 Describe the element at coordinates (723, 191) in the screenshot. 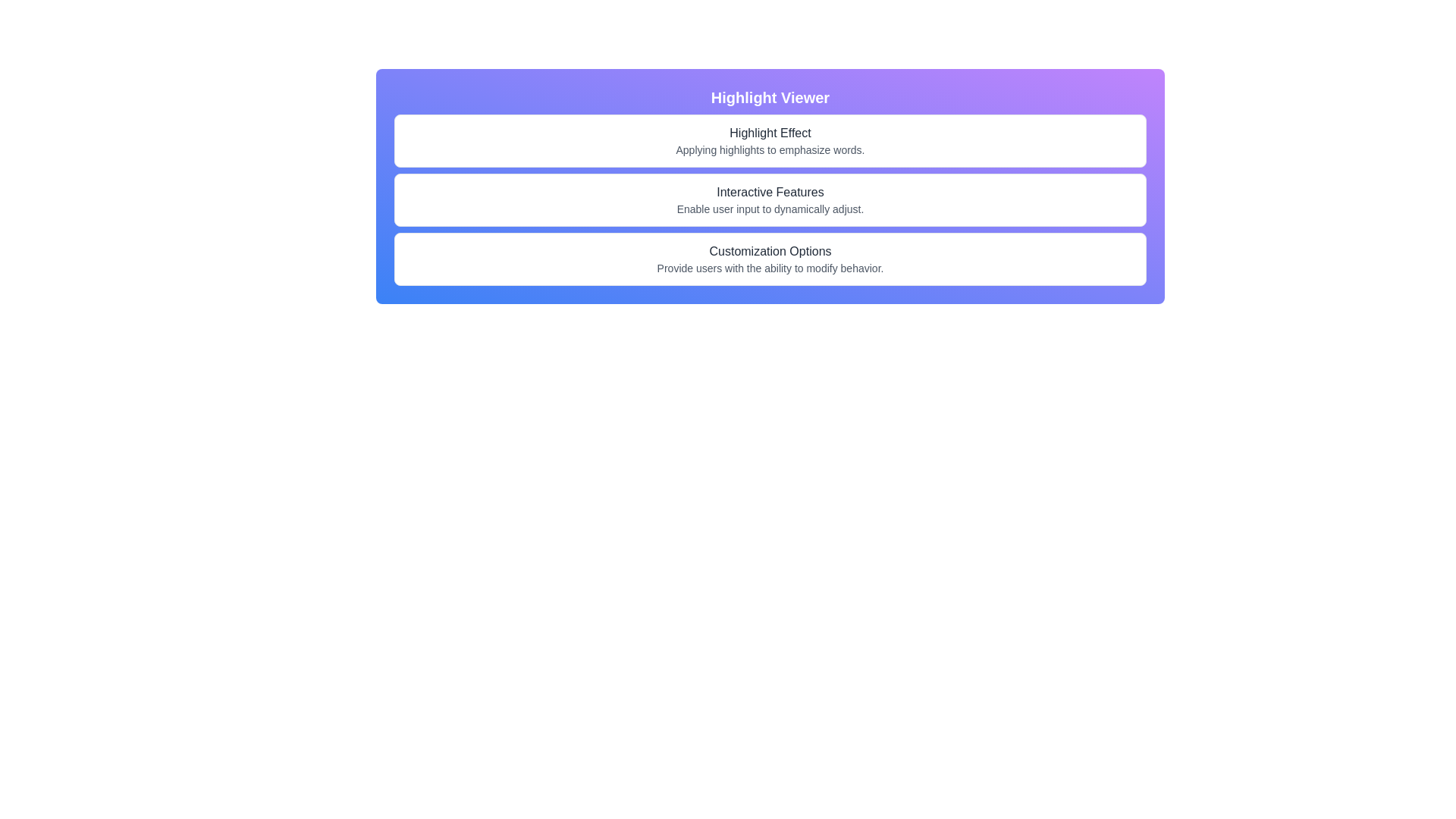

I see `the underlined character 'n' in the text 'Interactive Features', which is the second character in the heading` at that location.